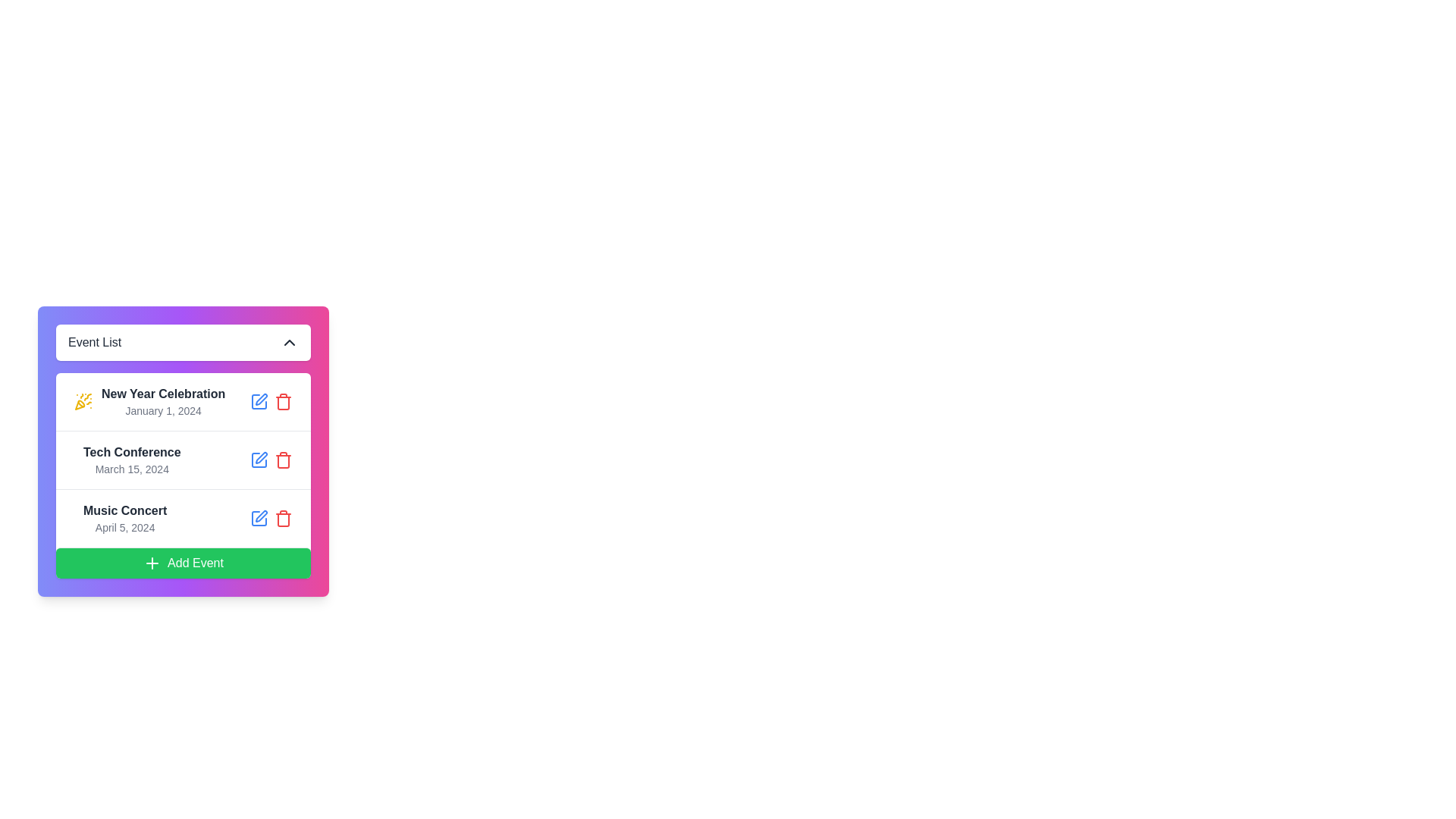  What do you see at coordinates (259, 459) in the screenshot?
I see `the blue pen icon button representing the edit functionality, located to the right of the 'Tech Conference' item` at bounding box center [259, 459].